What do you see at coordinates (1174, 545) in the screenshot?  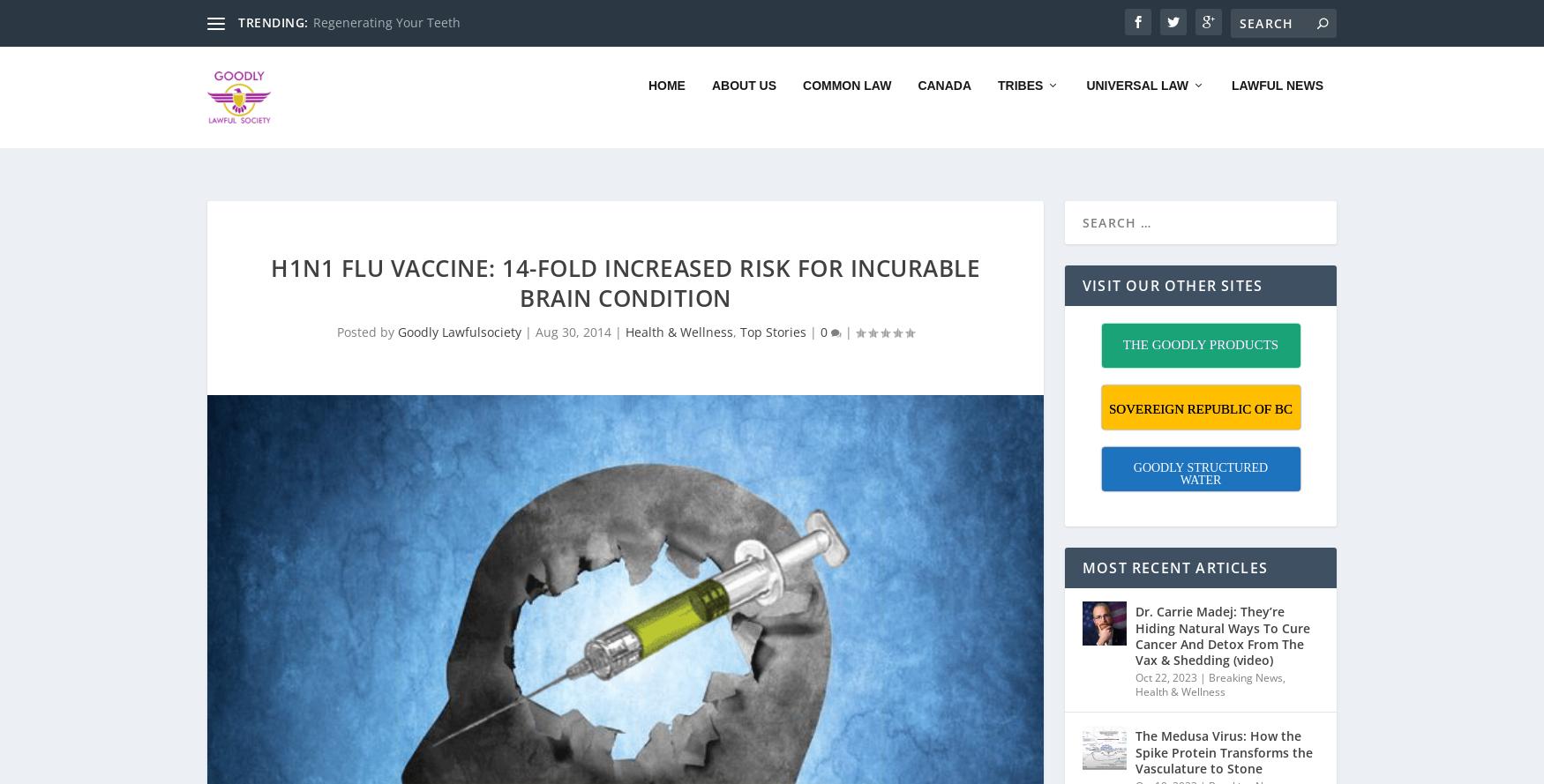 I see `'Most Recent Articles'` at bounding box center [1174, 545].